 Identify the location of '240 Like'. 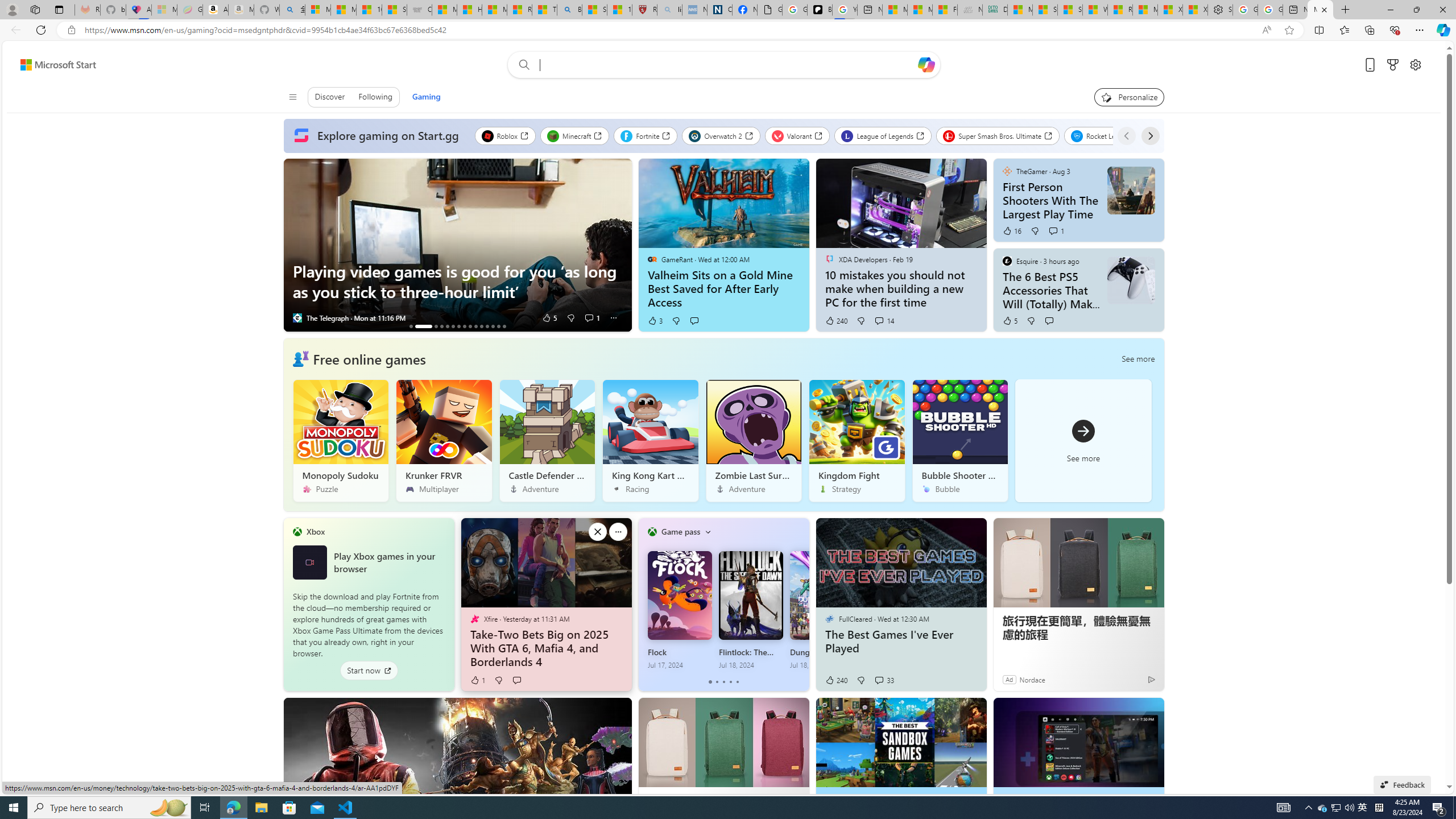
(835, 679).